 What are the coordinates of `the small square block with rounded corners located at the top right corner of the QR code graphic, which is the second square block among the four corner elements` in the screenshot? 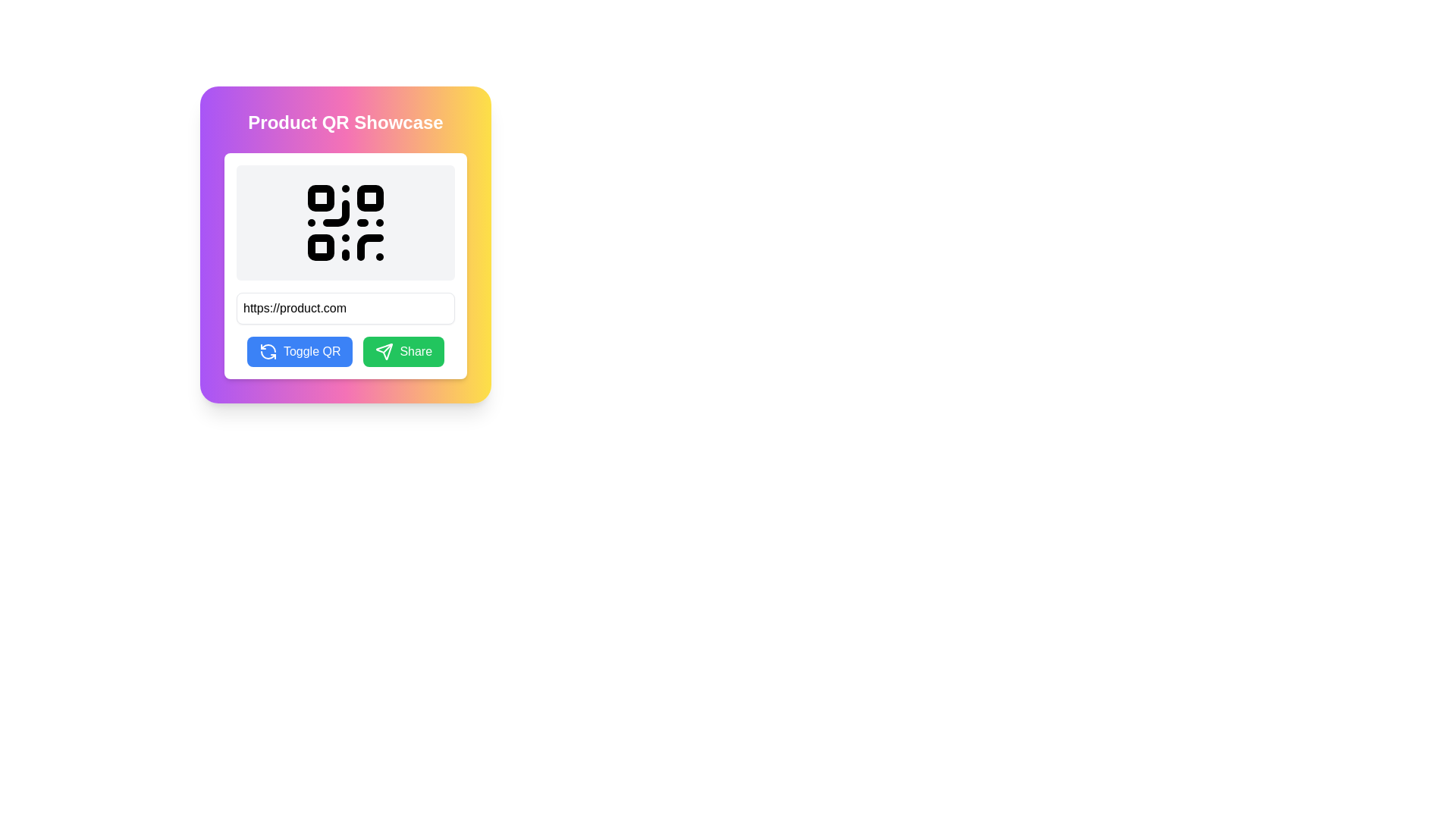 It's located at (370, 197).